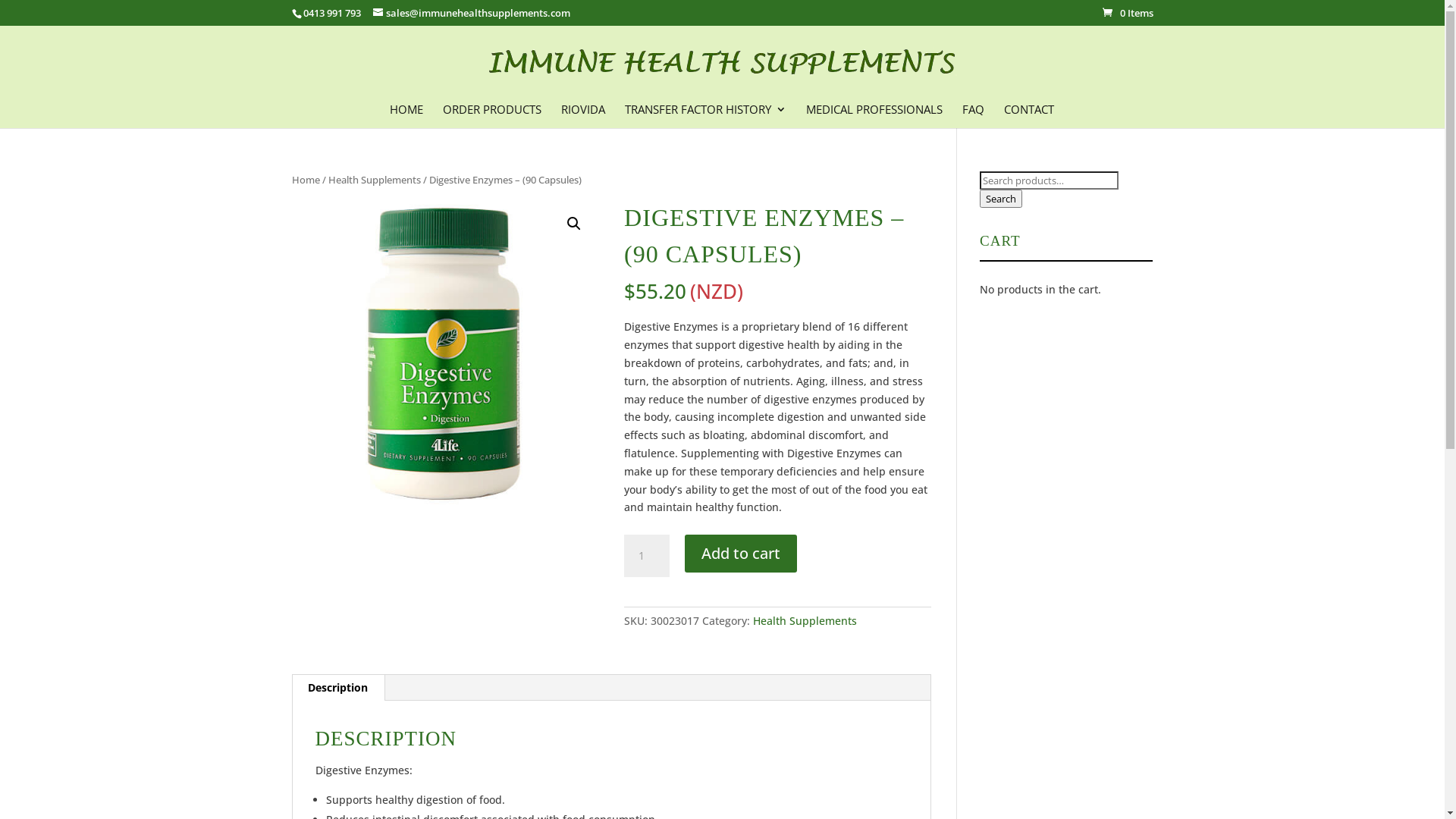 This screenshot has width=1456, height=819. I want to click on 'Digestive Enzymes - 90 capsules', so click(444, 353).